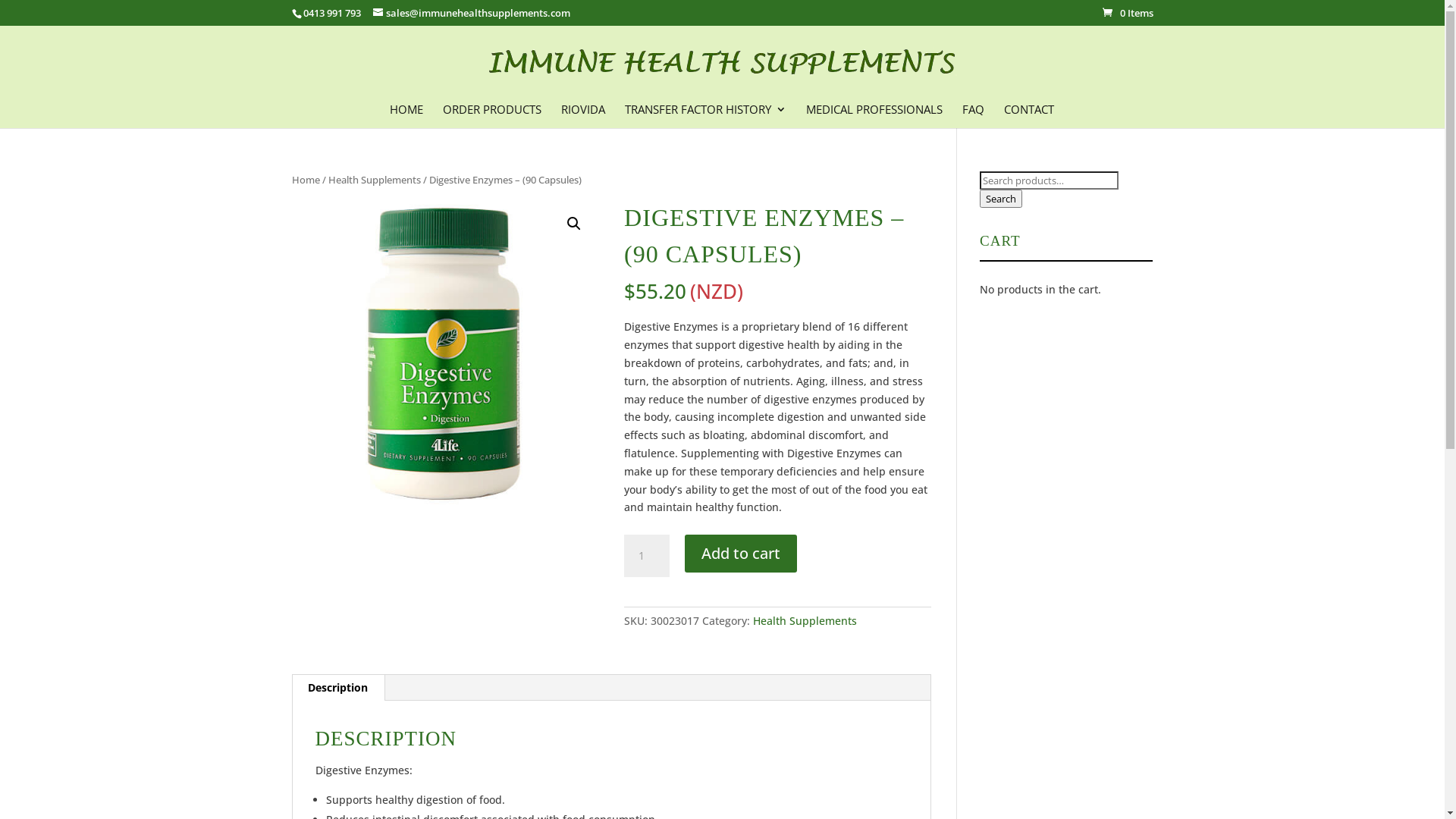 This screenshot has width=1456, height=819. I want to click on 'Digestive Enzymes - 90 capsules', so click(444, 353).